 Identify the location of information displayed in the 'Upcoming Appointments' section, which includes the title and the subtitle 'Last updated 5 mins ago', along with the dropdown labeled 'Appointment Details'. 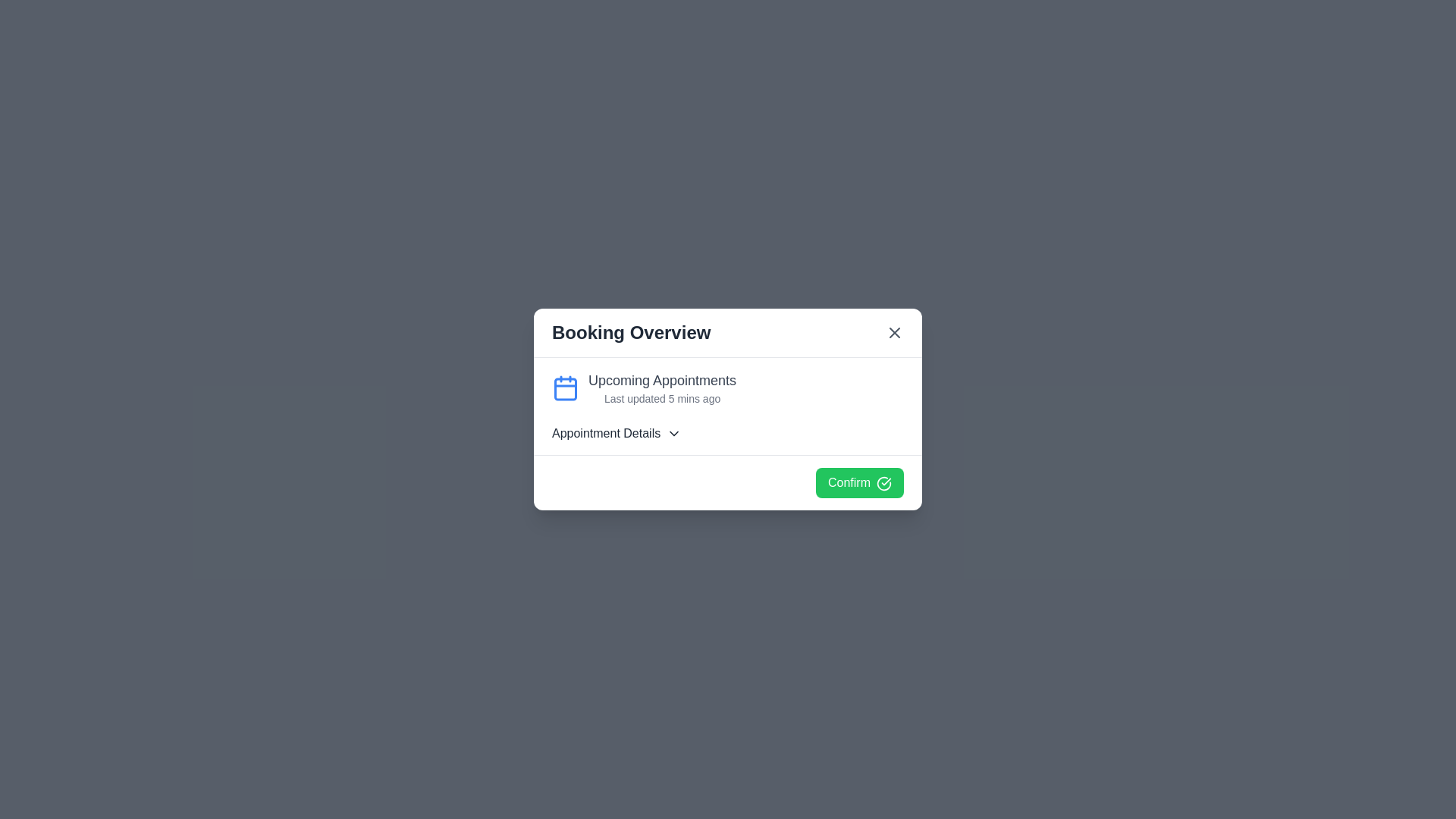
(728, 406).